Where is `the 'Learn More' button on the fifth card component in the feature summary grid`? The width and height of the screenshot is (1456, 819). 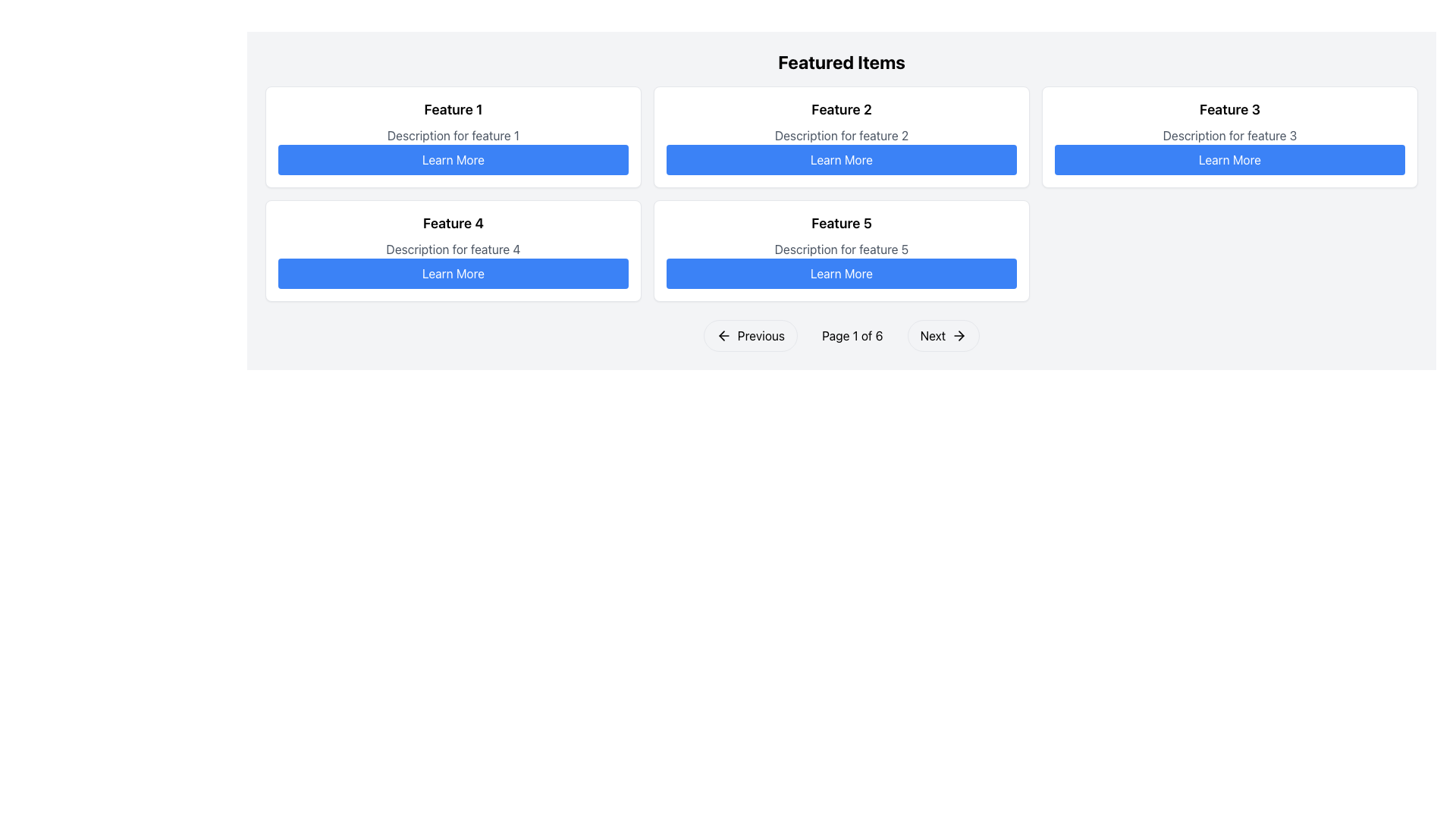 the 'Learn More' button on the fifth card component in the feature summary grid is located at coordinates (840, 250).